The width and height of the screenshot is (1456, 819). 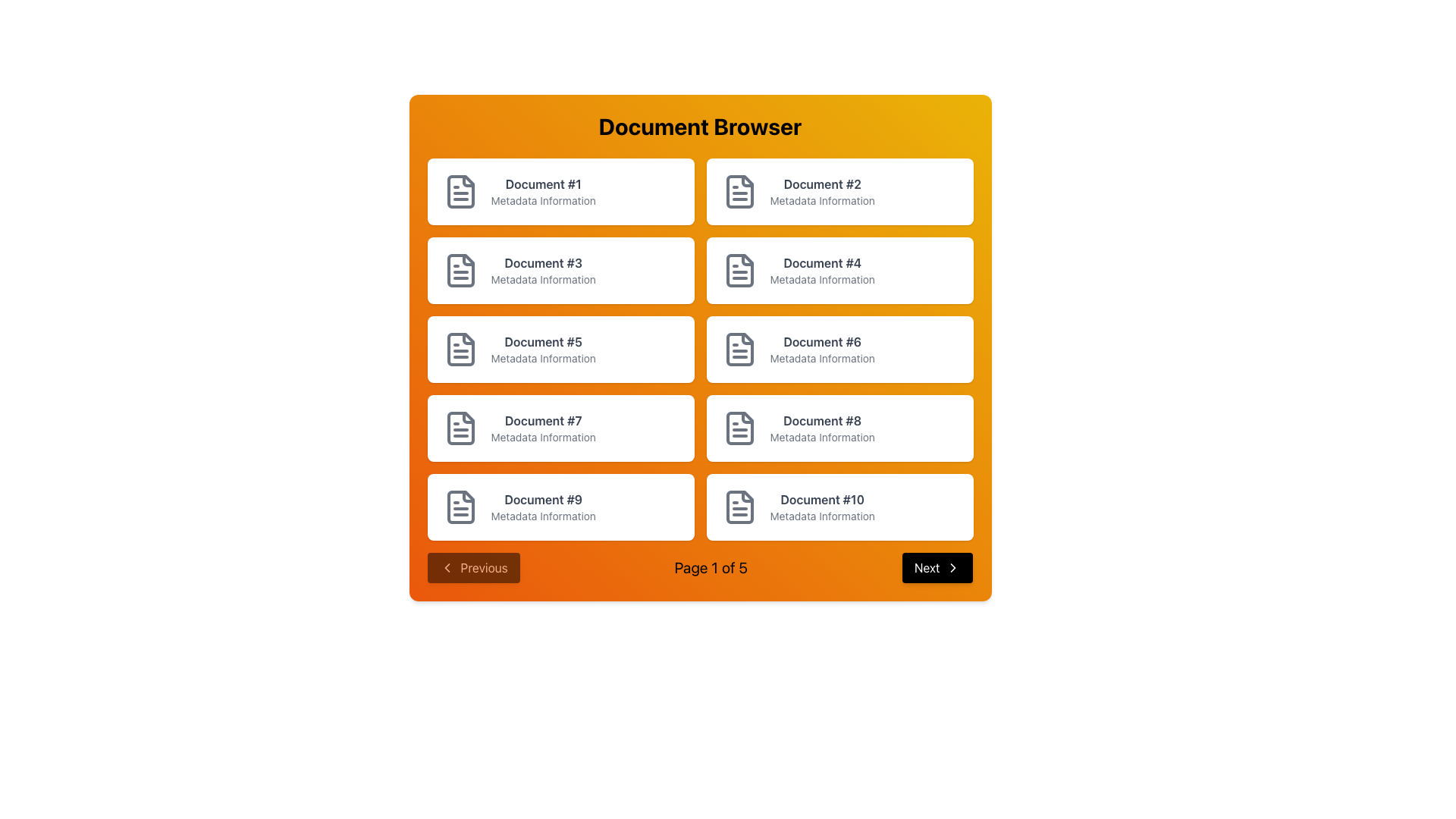 What do you see at coordinates (467, 180) in the screenshot?
I see `the small graphic icon depicting a document located to the left of the text 'Document #1' in the first column and first row of the document list` at bounding box center [467, 180].